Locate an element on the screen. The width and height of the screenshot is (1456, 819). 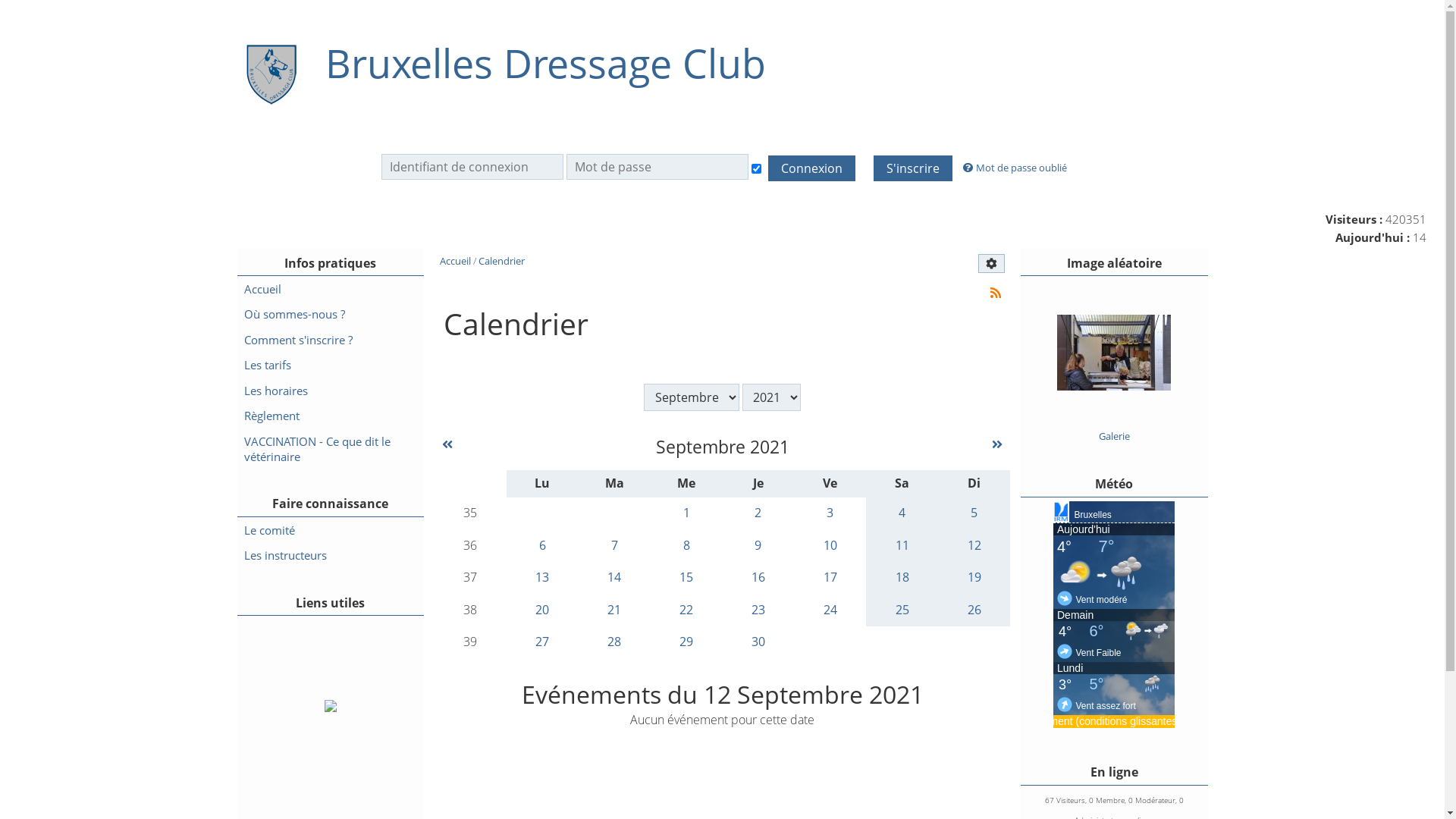
'3' is located at coordinates (829, 513).